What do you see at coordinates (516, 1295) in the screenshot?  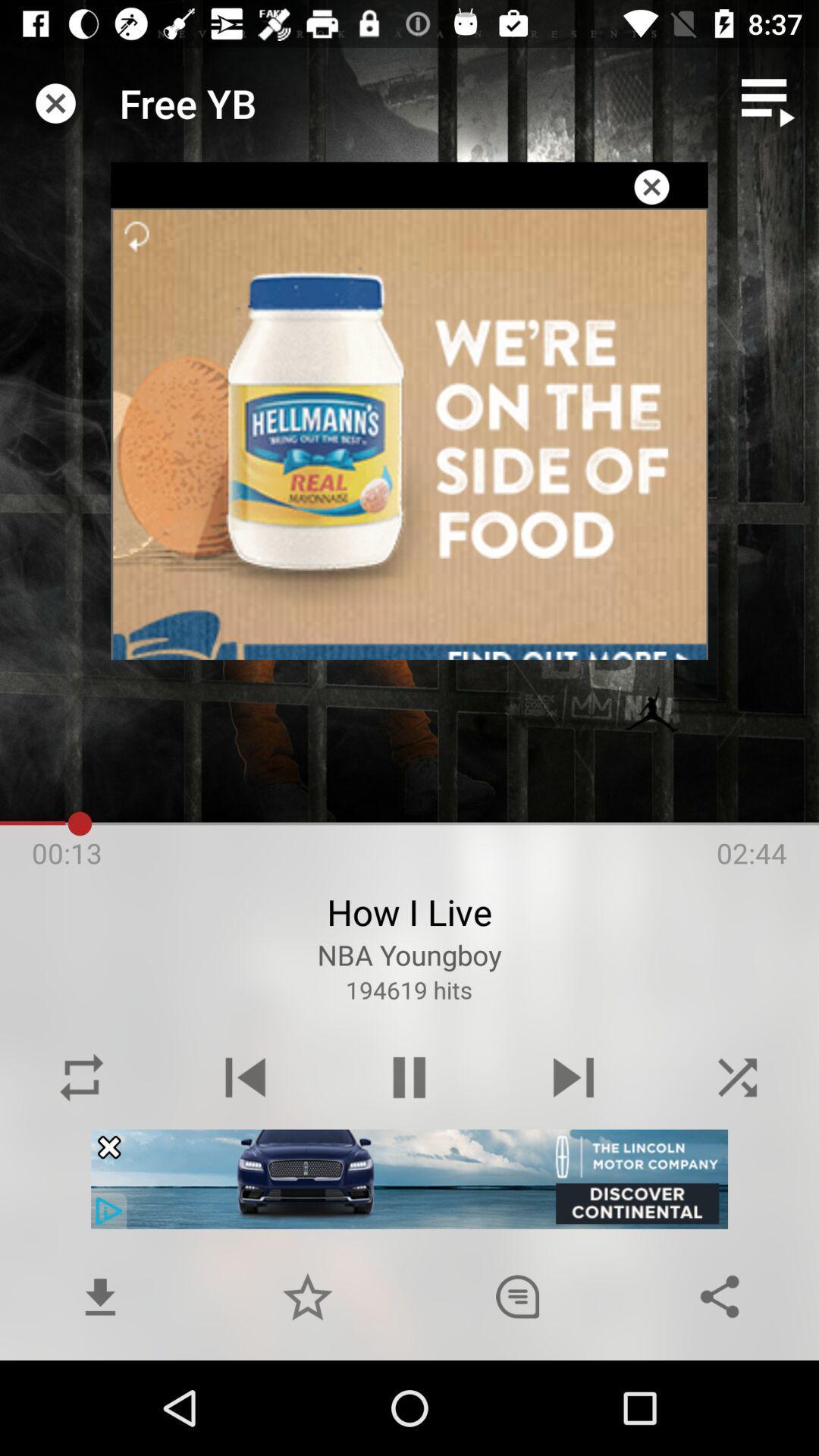 I see `the buttom which is left to the share button` at bounding box center [516, 1295].